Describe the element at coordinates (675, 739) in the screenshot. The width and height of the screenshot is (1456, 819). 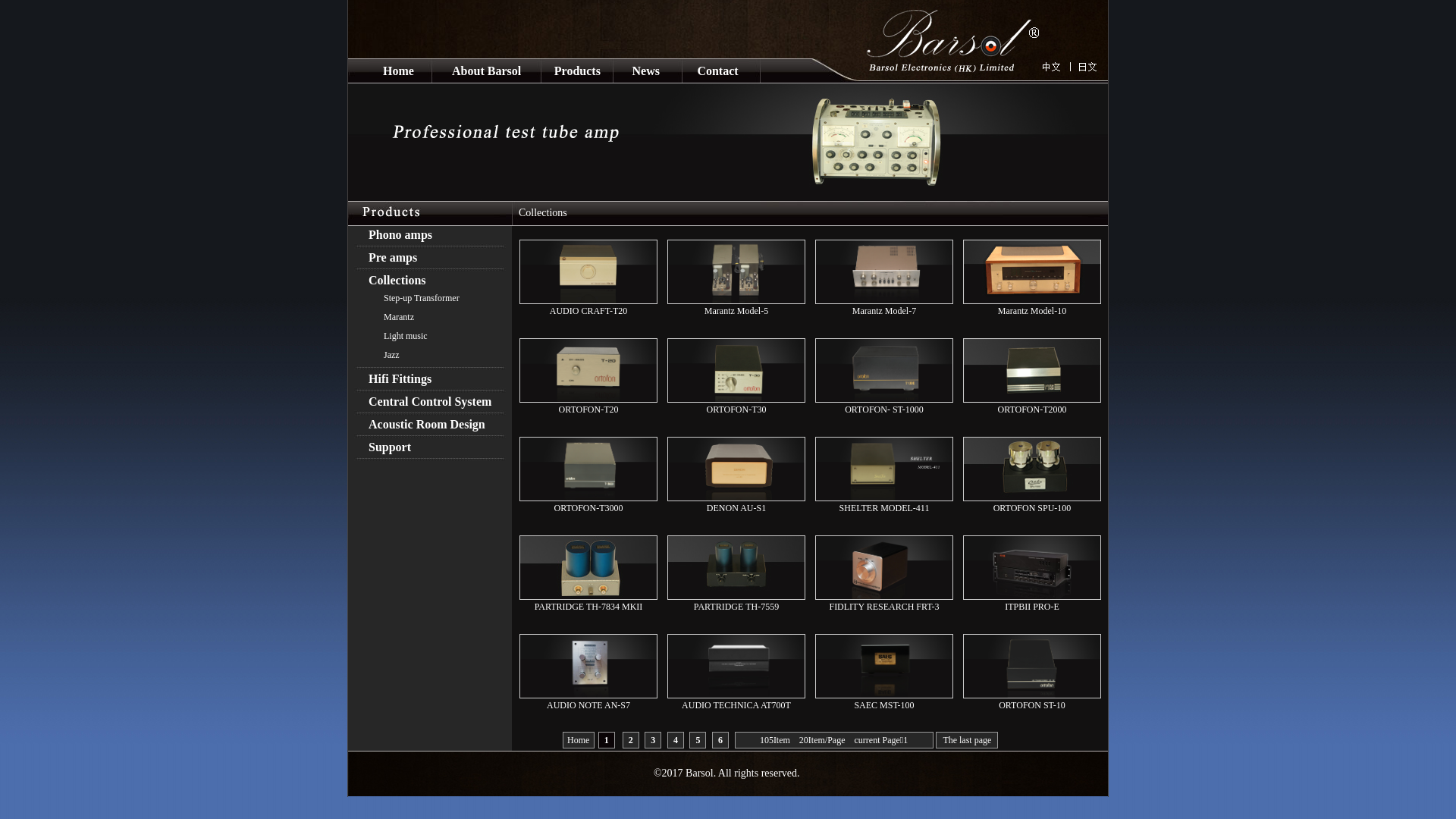
I see `'4'` at that location.